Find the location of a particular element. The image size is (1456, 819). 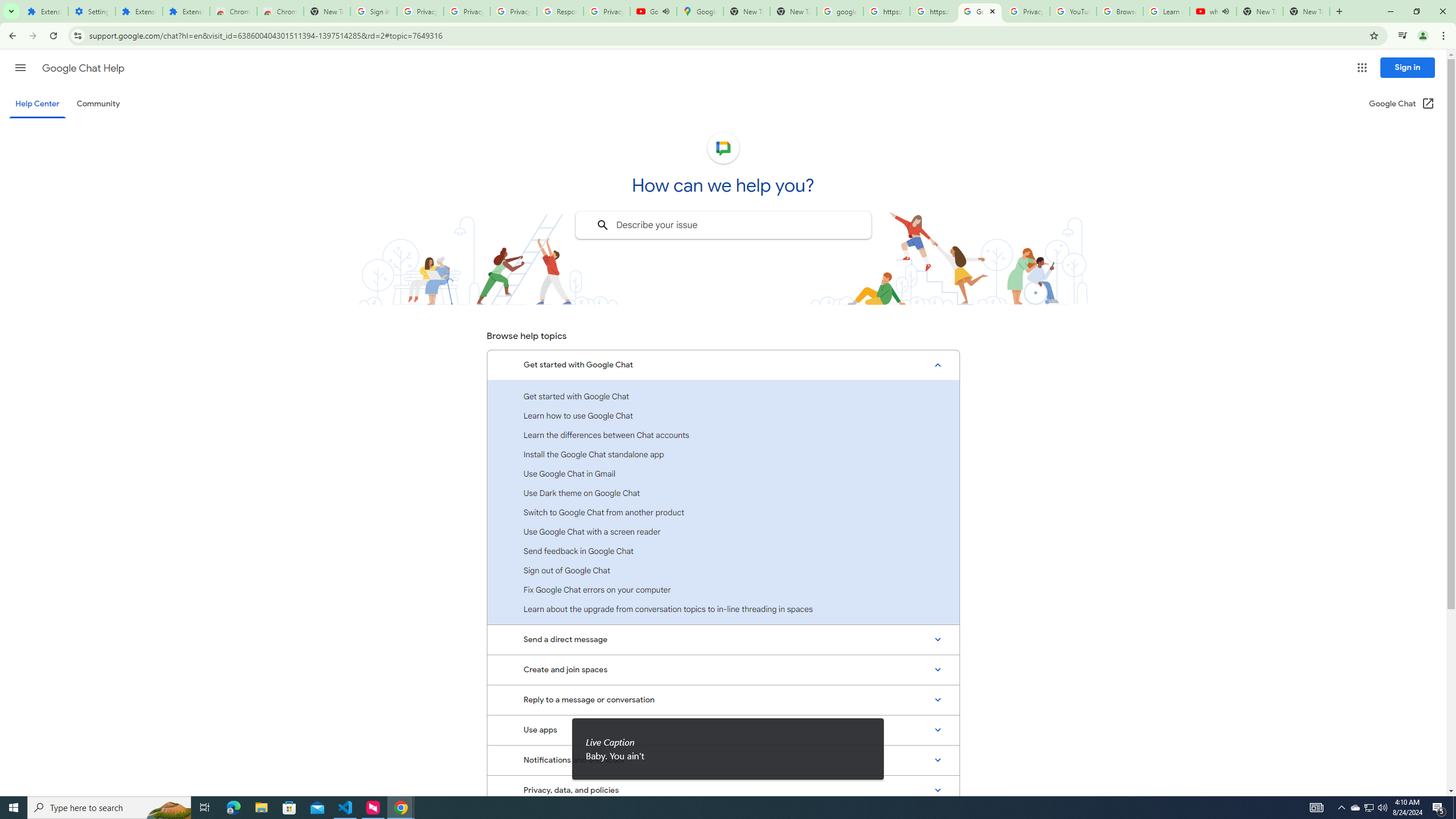

'Get started with Google Chat' is located at coordinates (723, 396).